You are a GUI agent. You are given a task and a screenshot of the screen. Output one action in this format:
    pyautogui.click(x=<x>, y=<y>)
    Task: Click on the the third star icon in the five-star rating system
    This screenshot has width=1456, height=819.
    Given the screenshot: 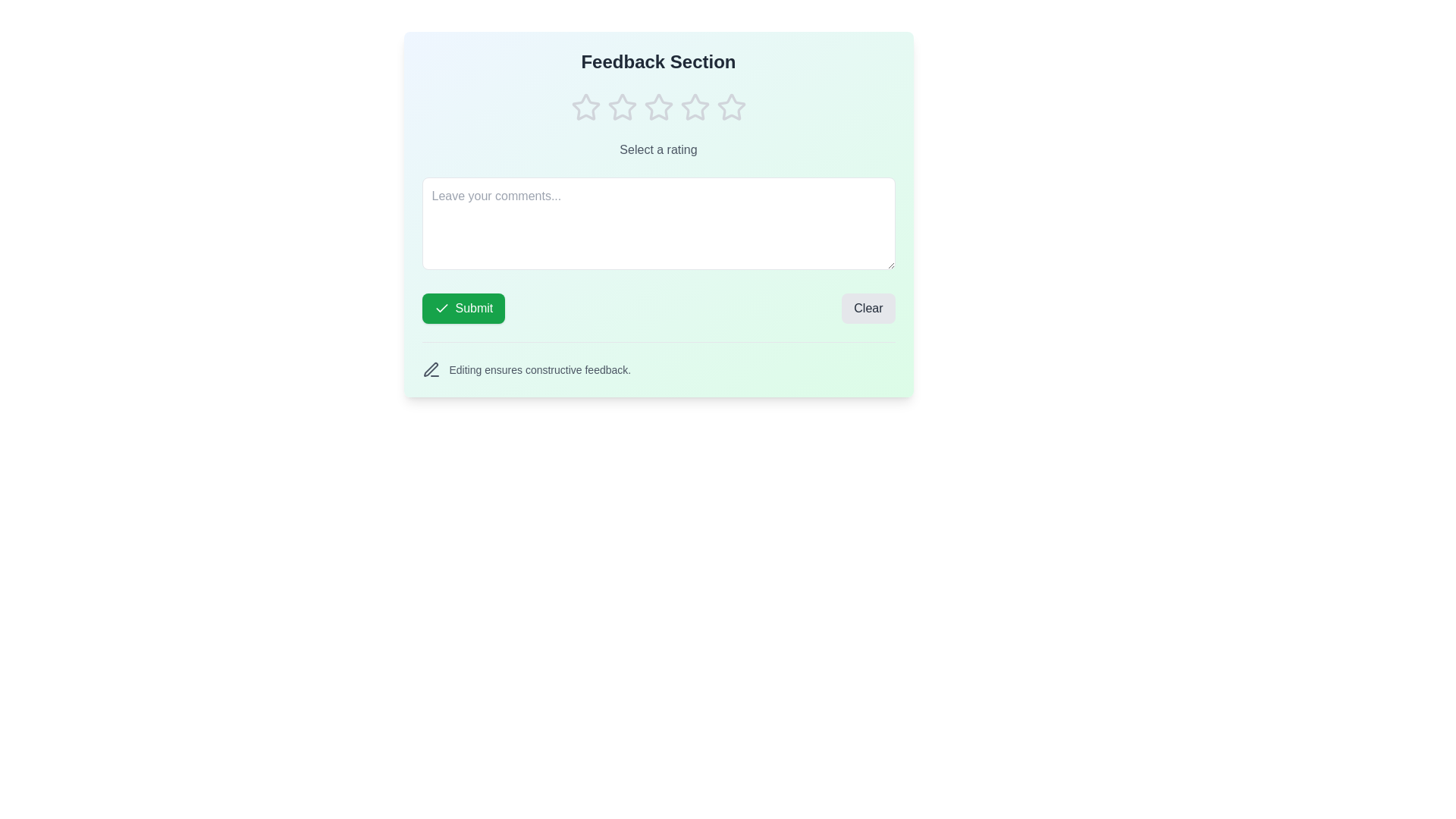 What is the action you would take?
    pyautogui.click(x=658, y=107)
    